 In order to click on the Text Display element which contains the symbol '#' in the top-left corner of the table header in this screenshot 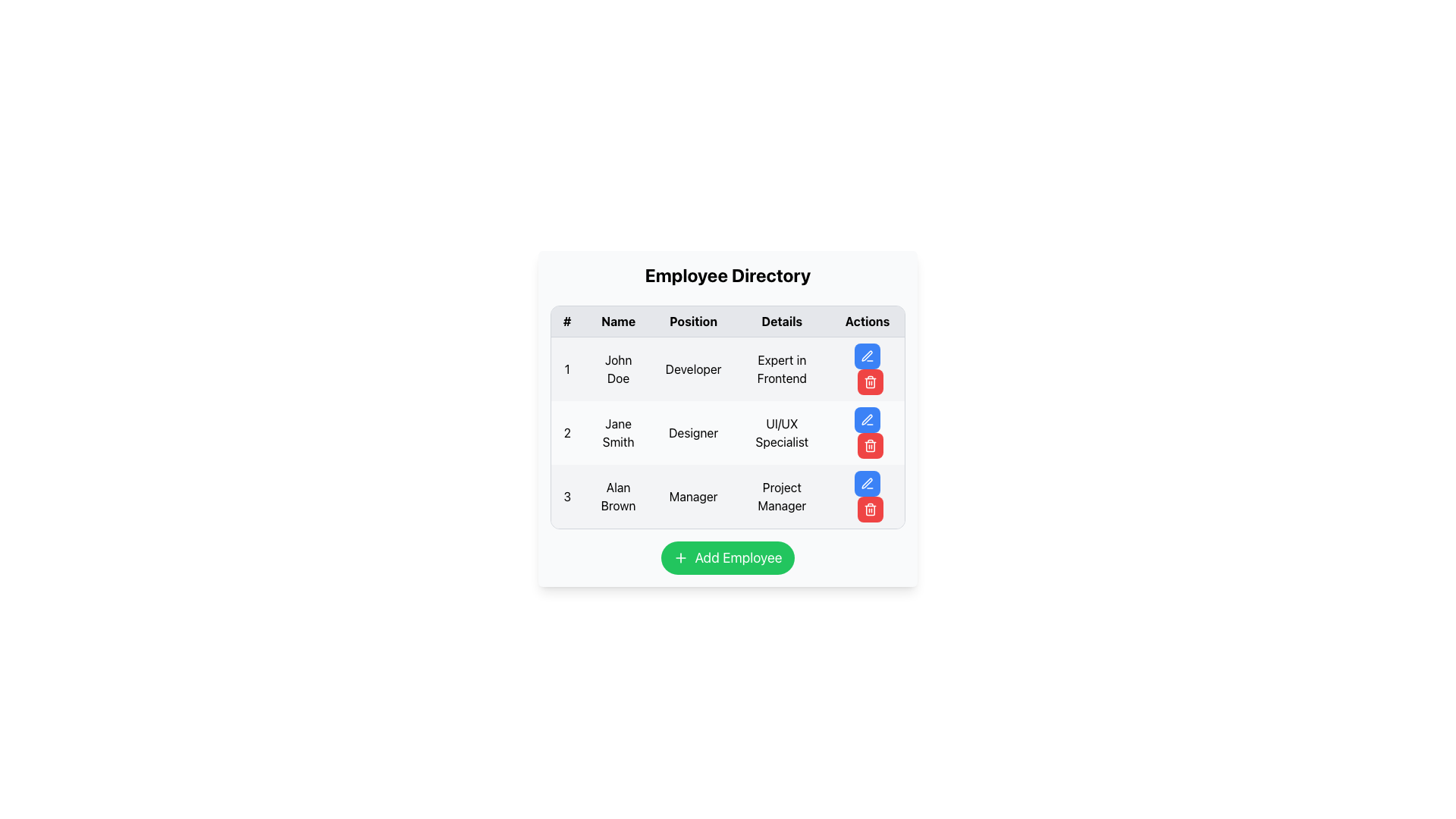, I will do `click(566, 321)`.